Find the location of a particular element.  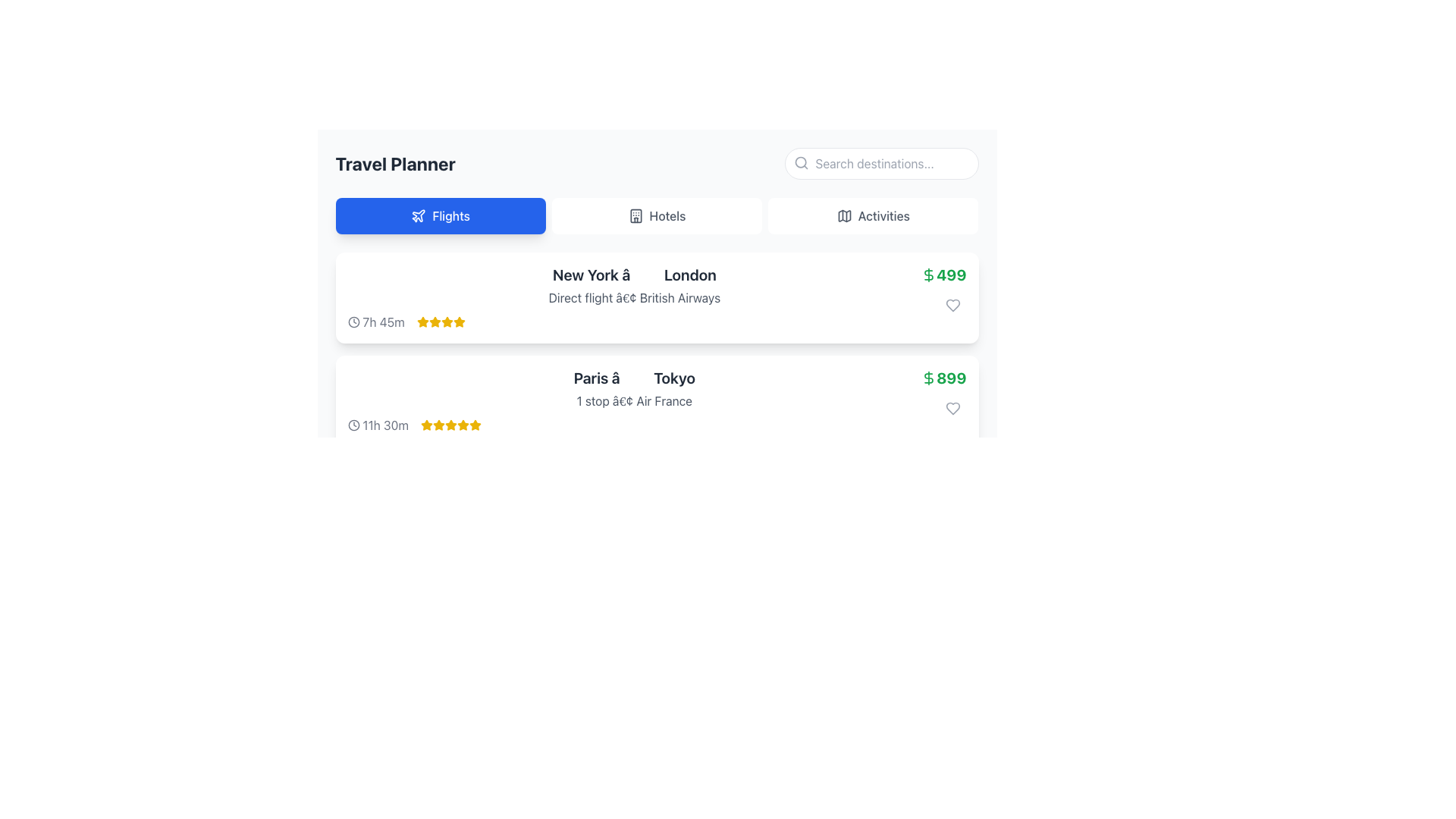

the 'Hotels' text label in the navigation bar, which is styled with a medium-weight font and is positioned between 'Flights' and 'Activities' is located at coordinates (667, 216).